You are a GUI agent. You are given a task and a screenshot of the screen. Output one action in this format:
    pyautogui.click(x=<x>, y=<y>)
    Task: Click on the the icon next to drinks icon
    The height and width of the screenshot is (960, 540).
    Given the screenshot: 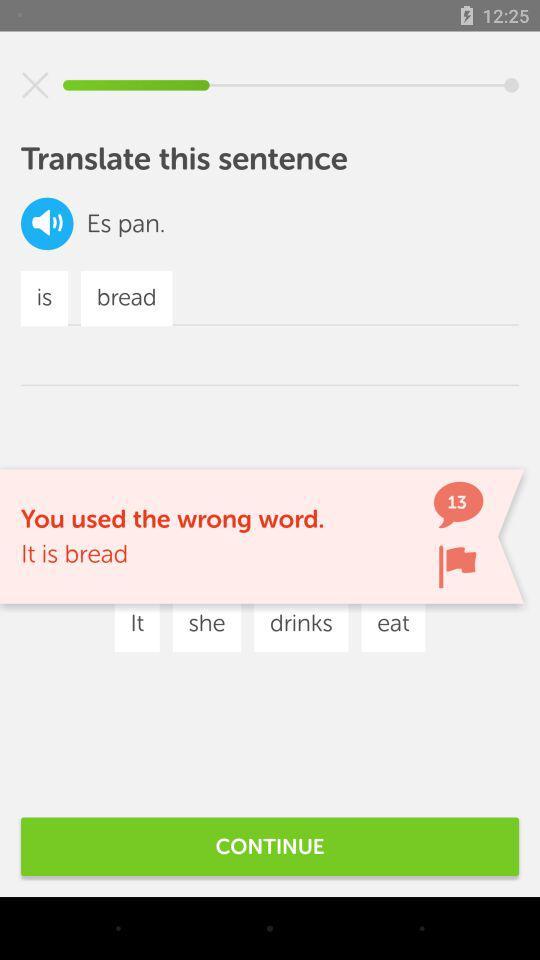 What is the action you would take?
    pyautogui.click(x=393, y=623)
    